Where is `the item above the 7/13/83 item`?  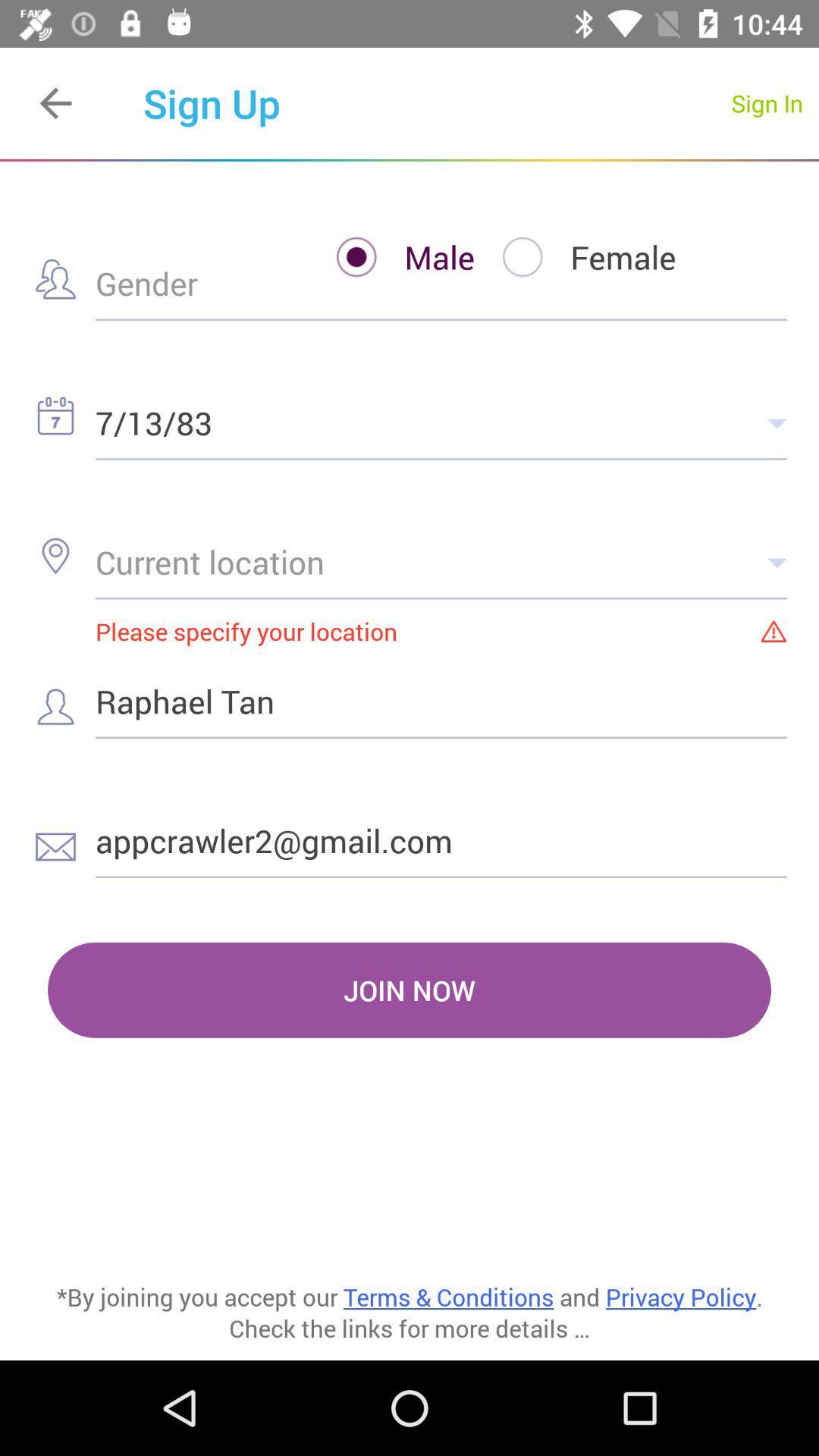
the item above the 7/13/83 item is located at coordinates (391, 257).